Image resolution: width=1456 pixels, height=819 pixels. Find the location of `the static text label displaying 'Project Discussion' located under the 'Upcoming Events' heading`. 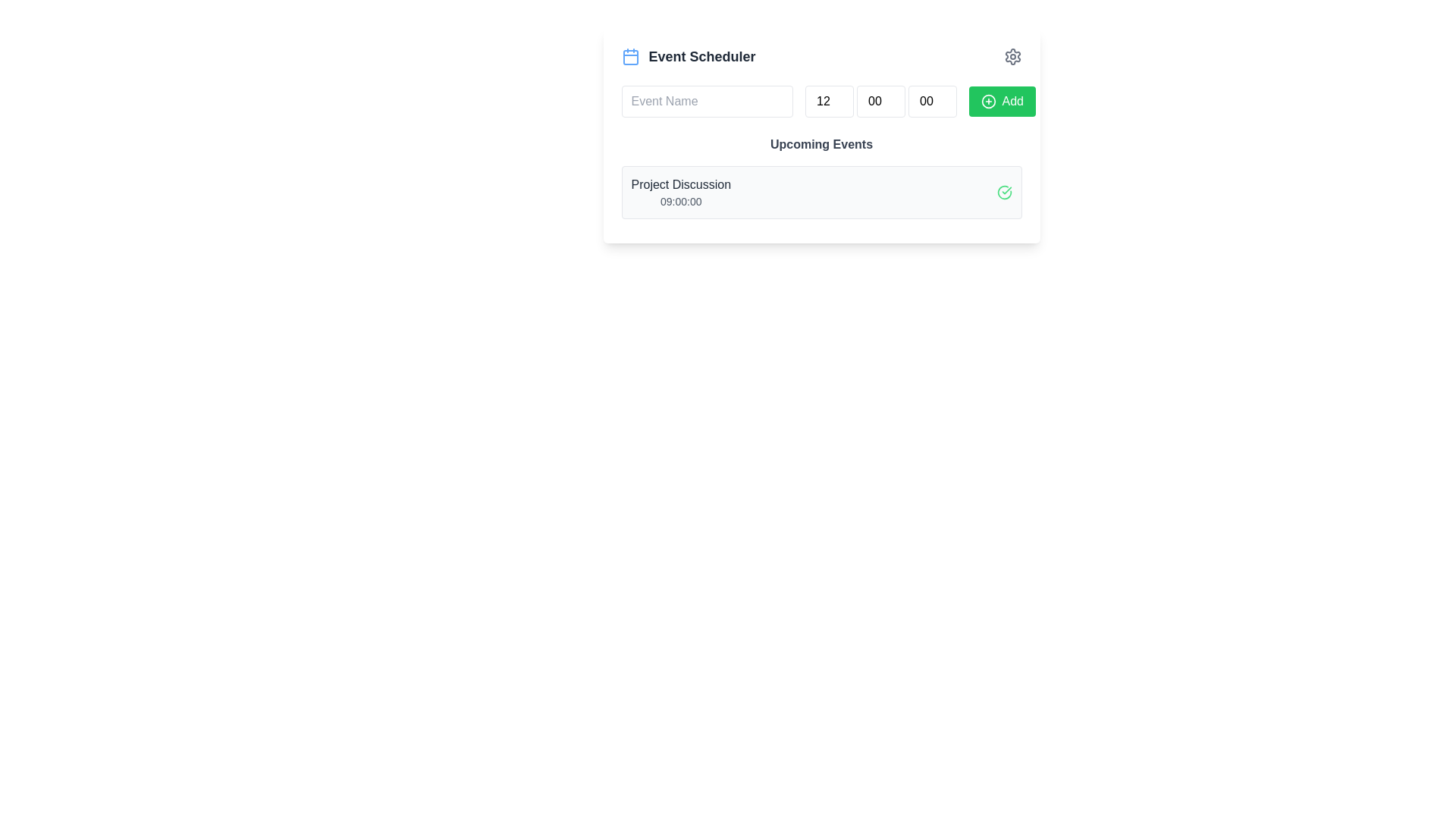

the static text label displaying 'Project Discussion' located under the 'Upcoming Events' heading is located at coordinates (680, 184).